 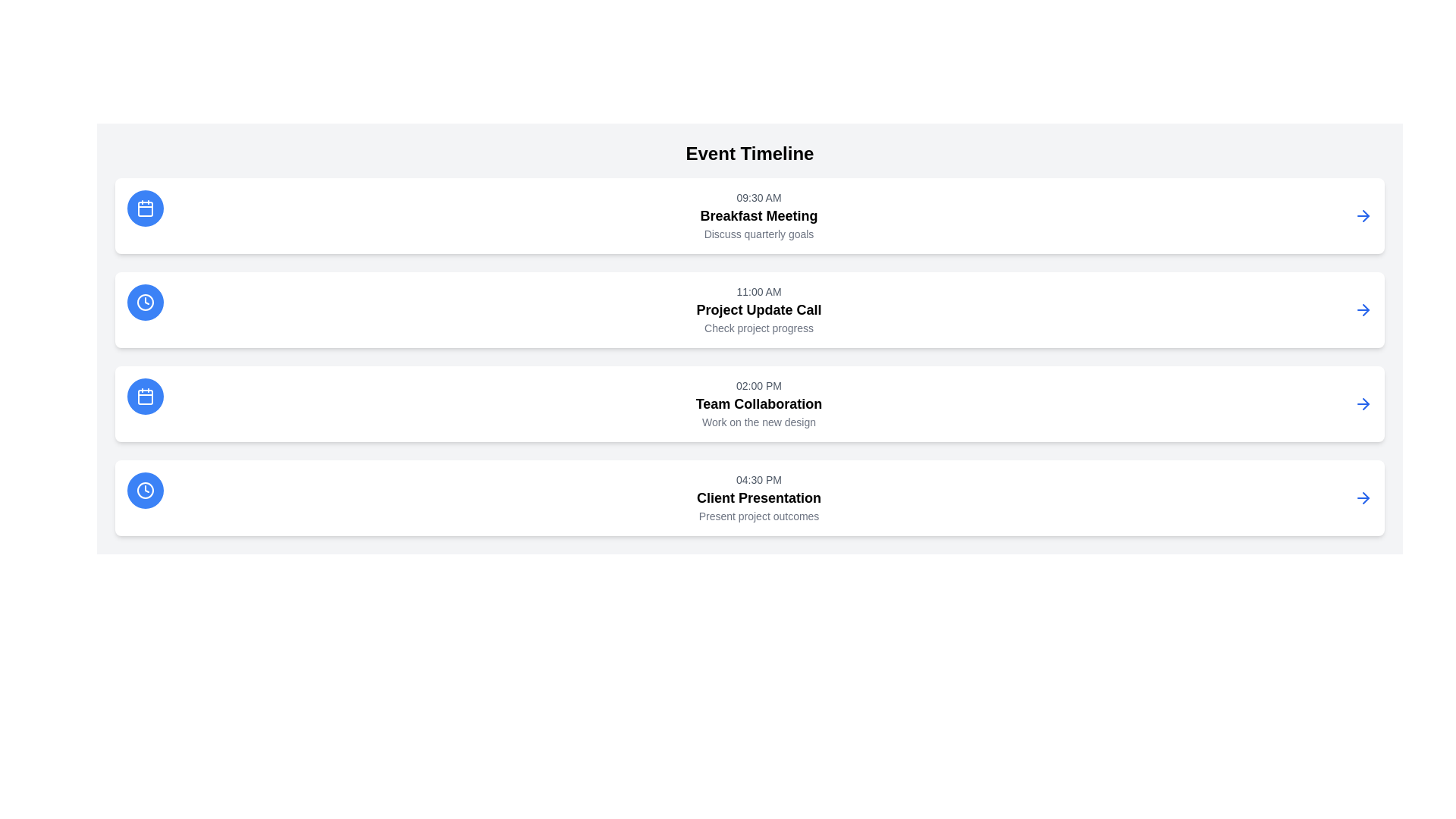 What do you see at coordinates (1366, 216) in the screenshot?
I see `the Arrow icon located on the extreme right of the first row of interactive event items` at bounding box center [1366, 216].